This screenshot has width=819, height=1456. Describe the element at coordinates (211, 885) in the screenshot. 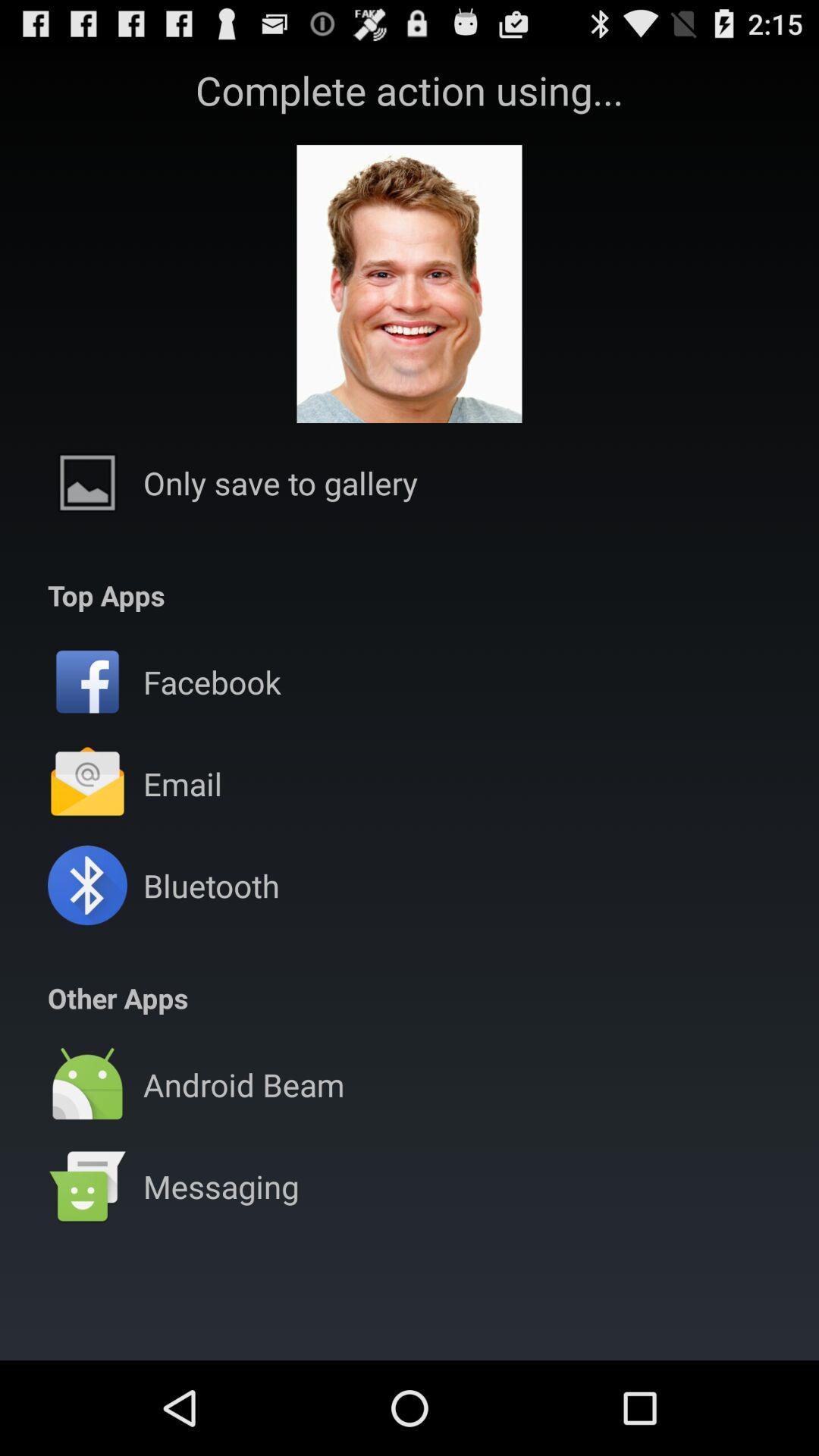

I see `the bluetooth icon` at that location.